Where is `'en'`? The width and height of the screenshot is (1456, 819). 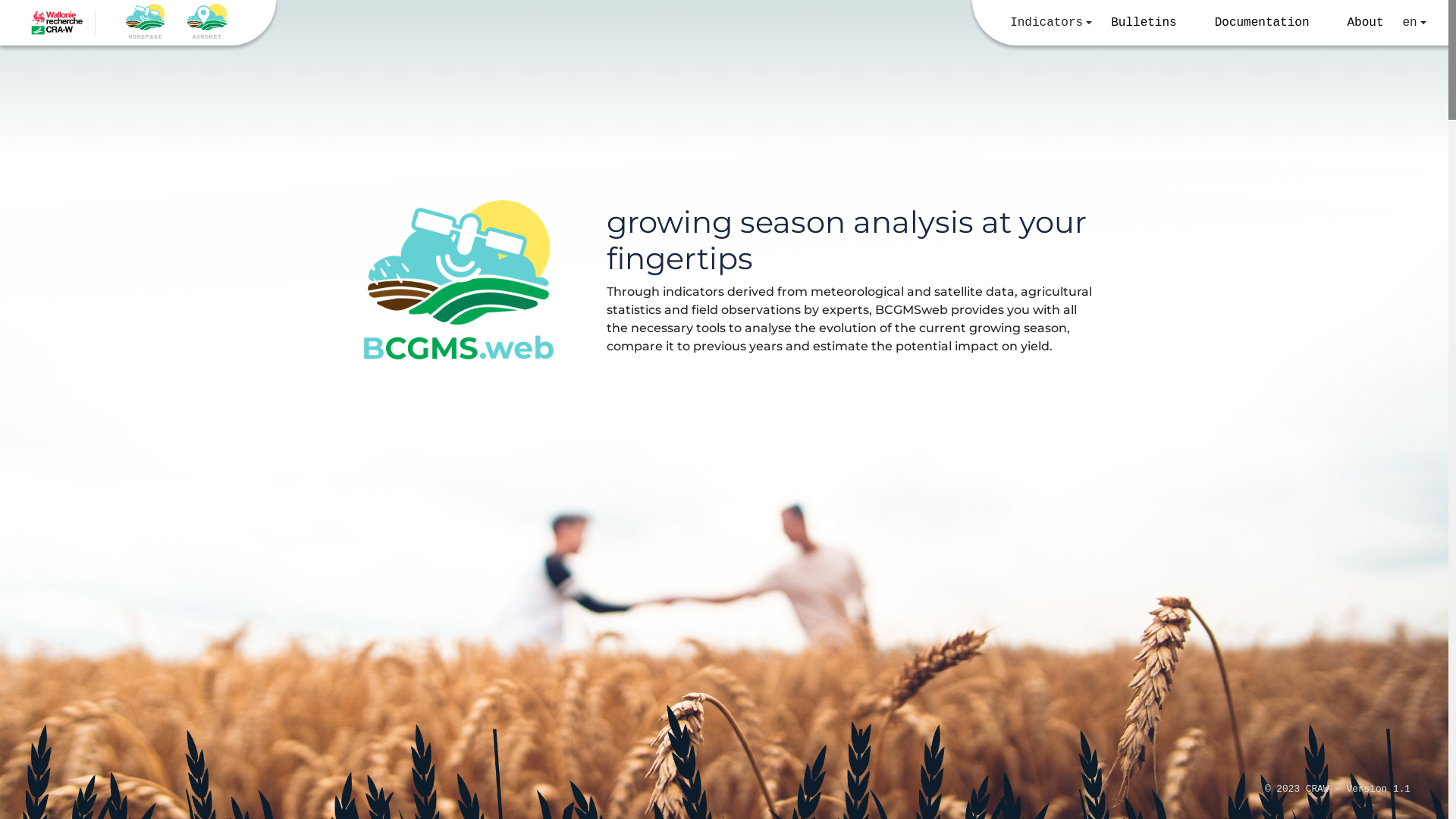
'en' is located at coordinates (1414, 23).